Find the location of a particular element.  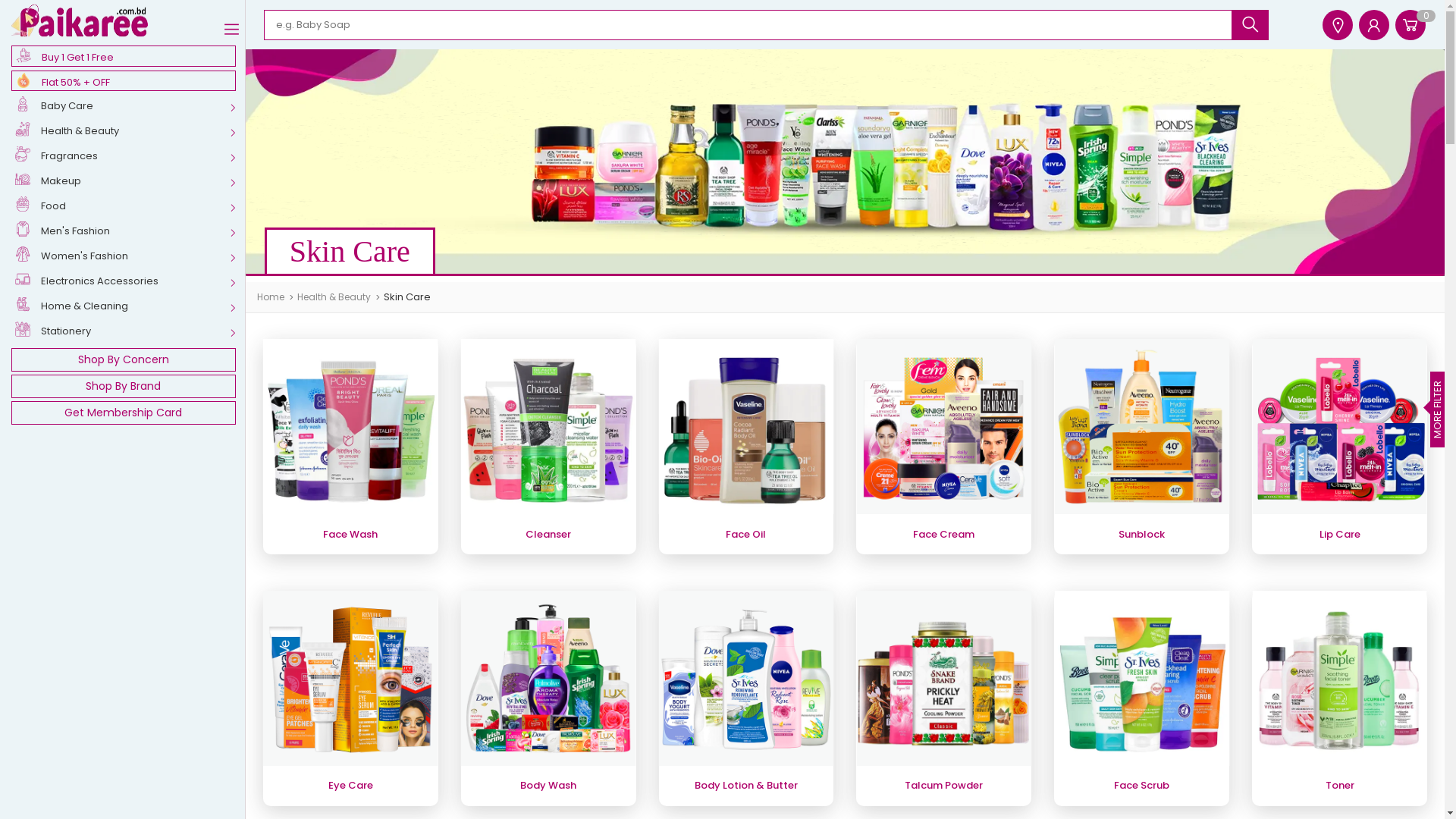

'Face Scrub' is located at coordinates (1141, 698).